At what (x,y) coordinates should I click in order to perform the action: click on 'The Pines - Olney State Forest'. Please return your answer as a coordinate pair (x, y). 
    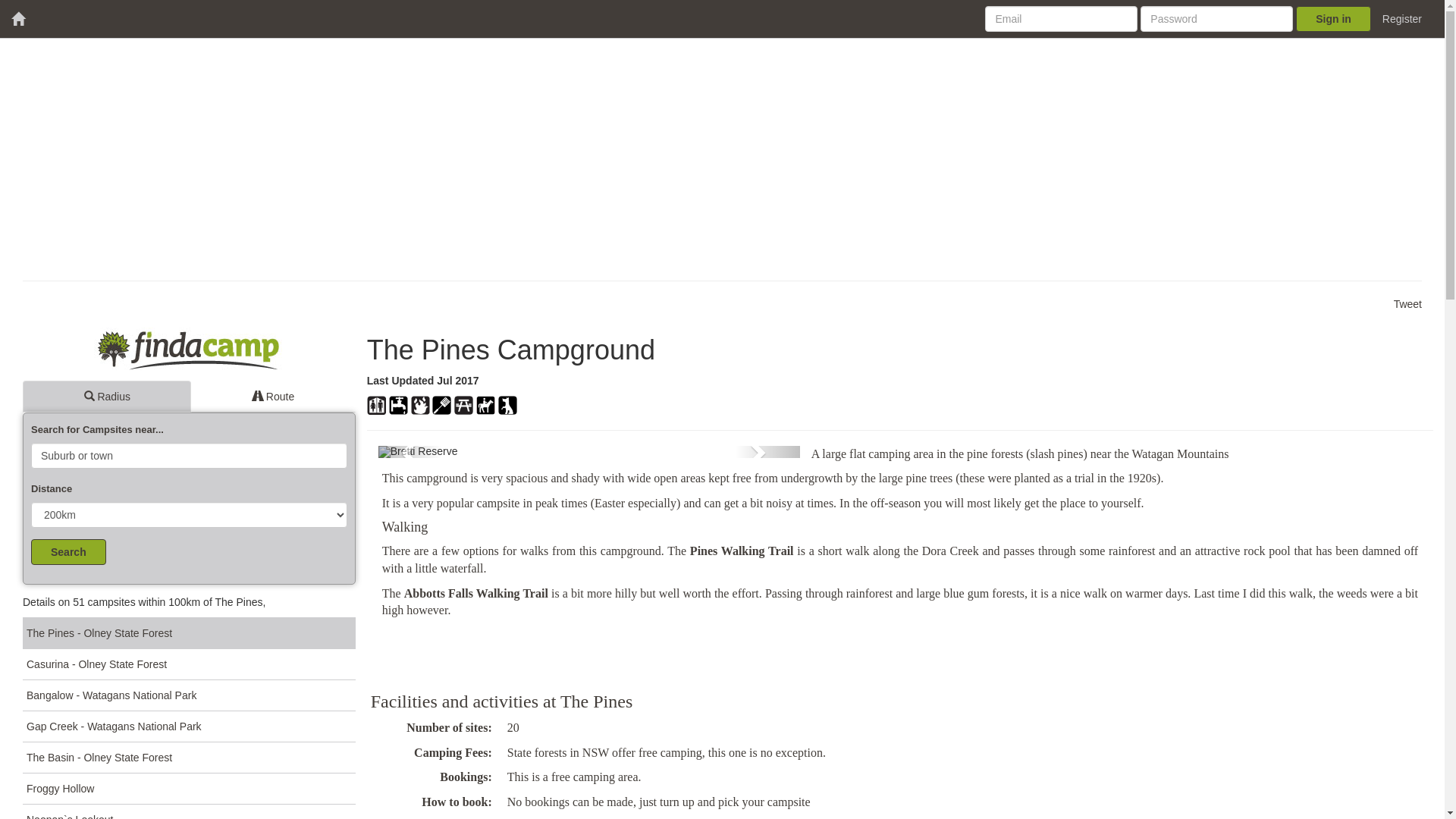
    Looking at the image, I should click on (188, 632).